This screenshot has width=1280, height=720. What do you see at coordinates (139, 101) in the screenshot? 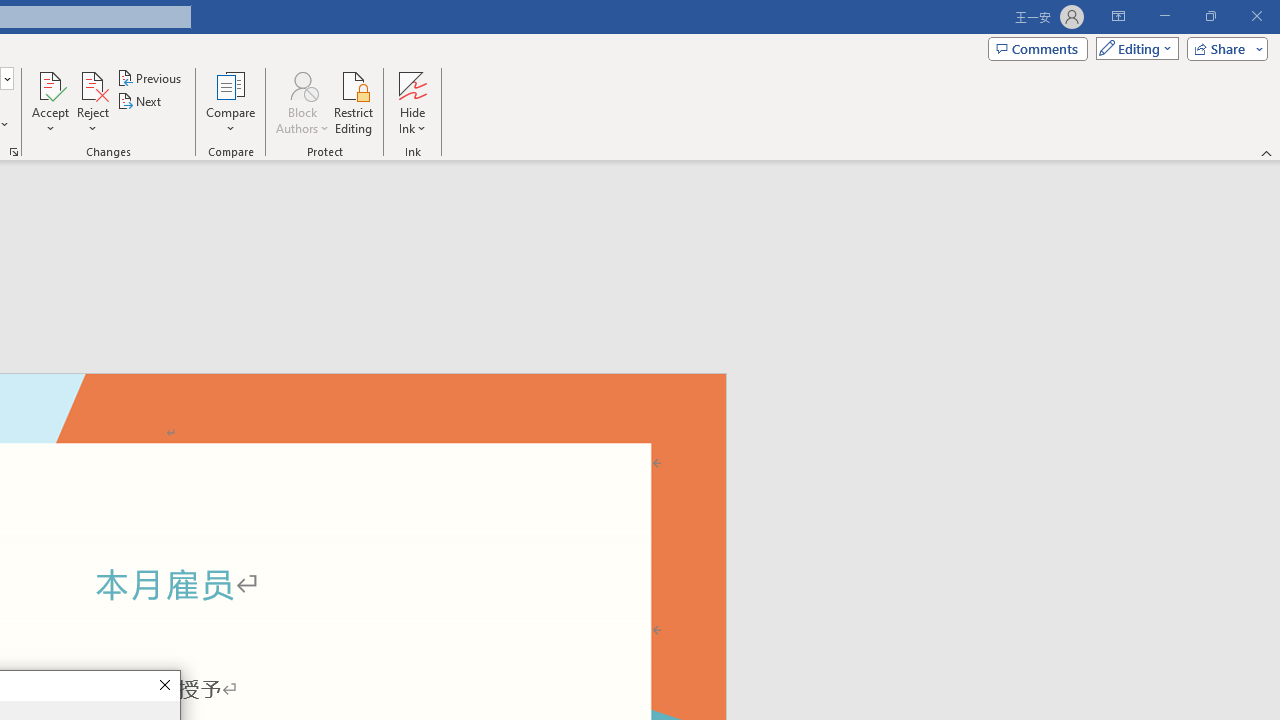
I see `'Next'` at bounding box center [139, 101].